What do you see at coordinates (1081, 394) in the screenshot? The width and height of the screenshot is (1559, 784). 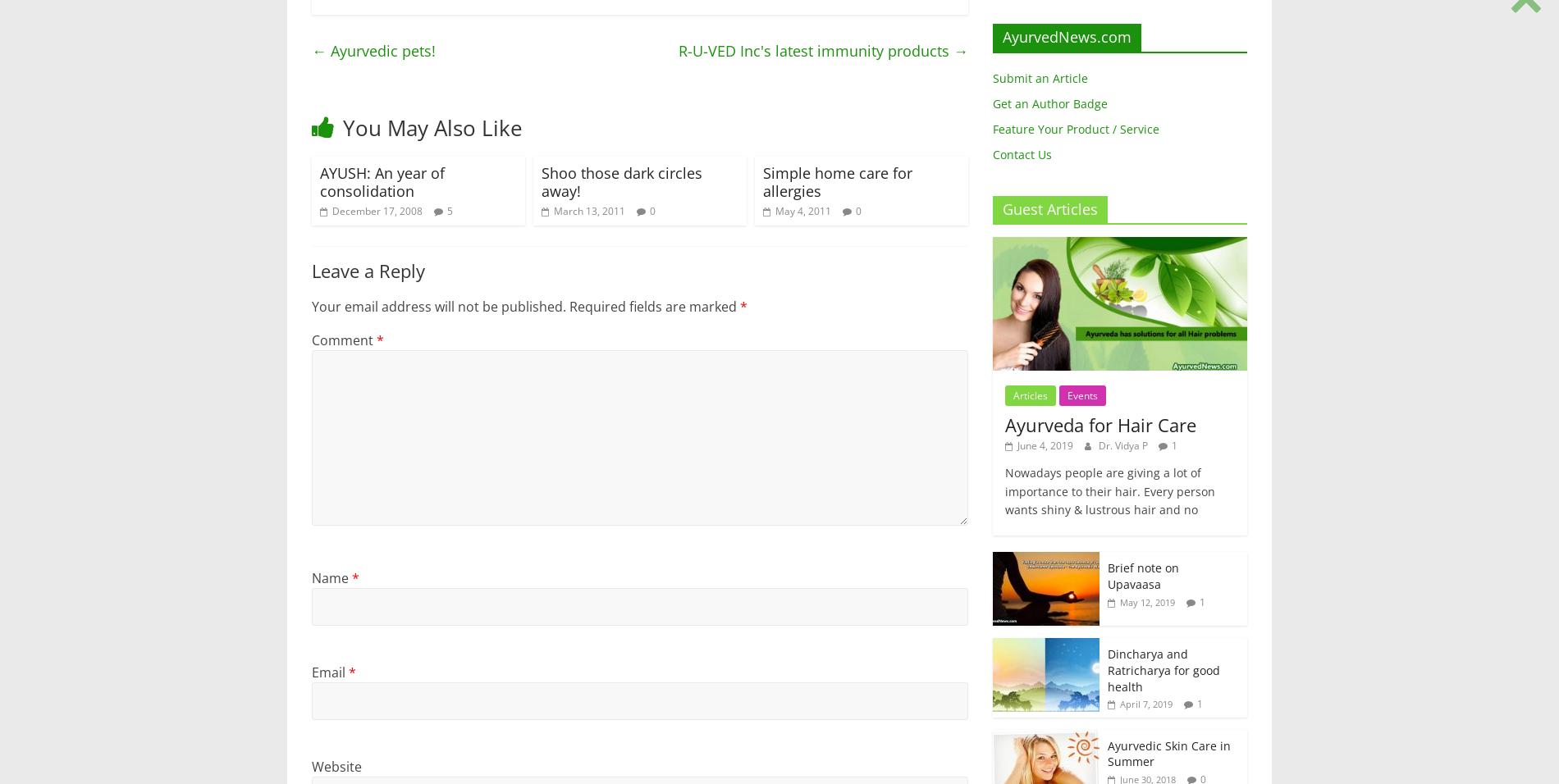 I see `'Events'` at bounding box center [1081, 394].